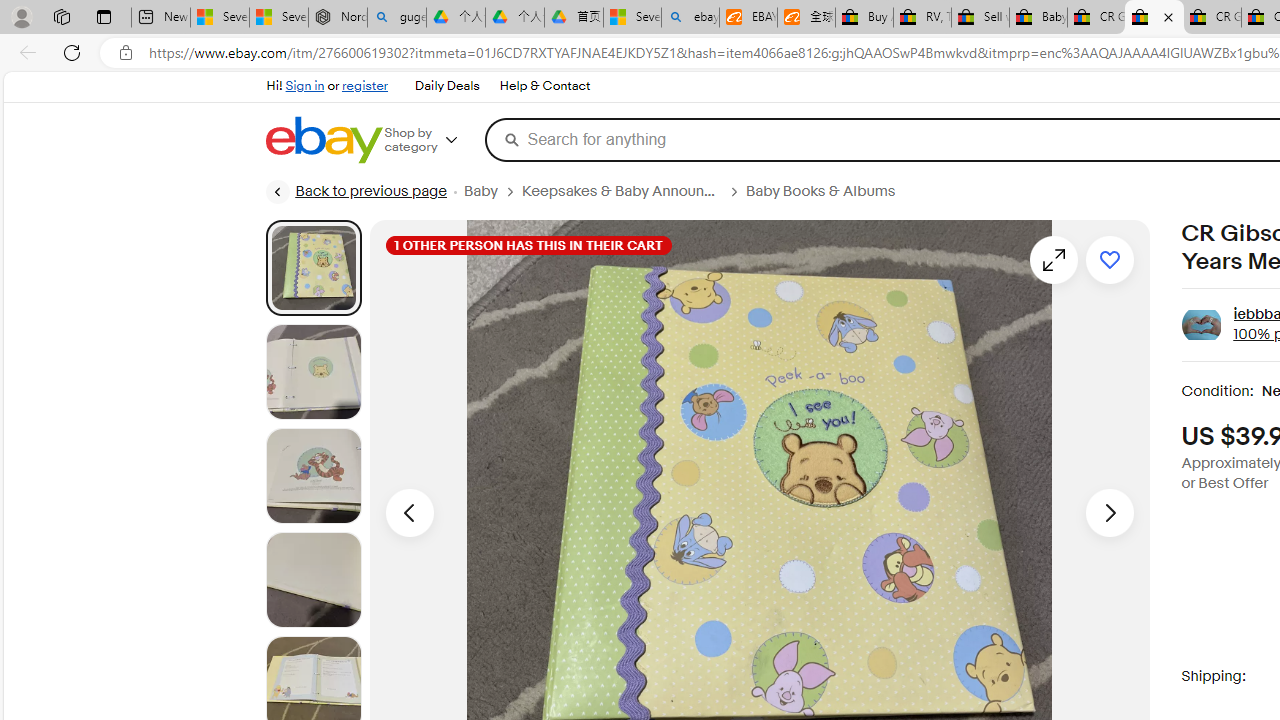 The image size is (1280, 720). I want to click on 'Sign in', so click(304, 85).